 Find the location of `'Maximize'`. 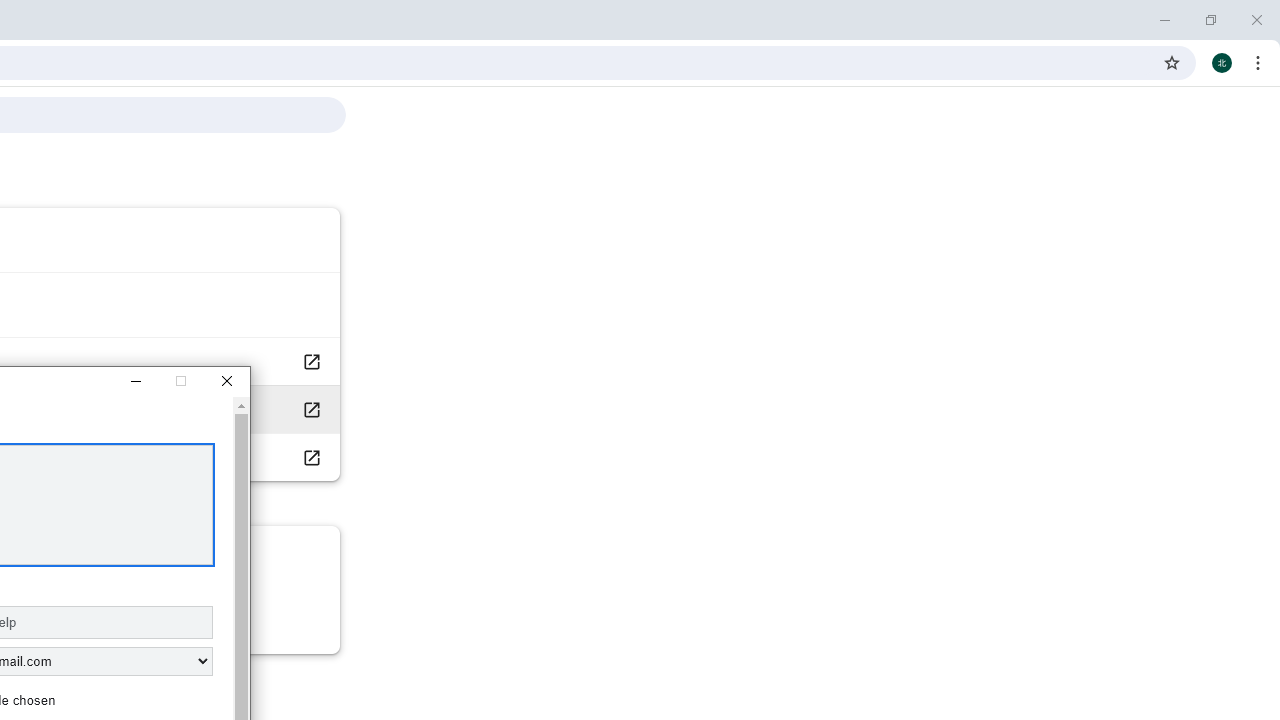

'Maximize' is located at coordinates (180, 381).